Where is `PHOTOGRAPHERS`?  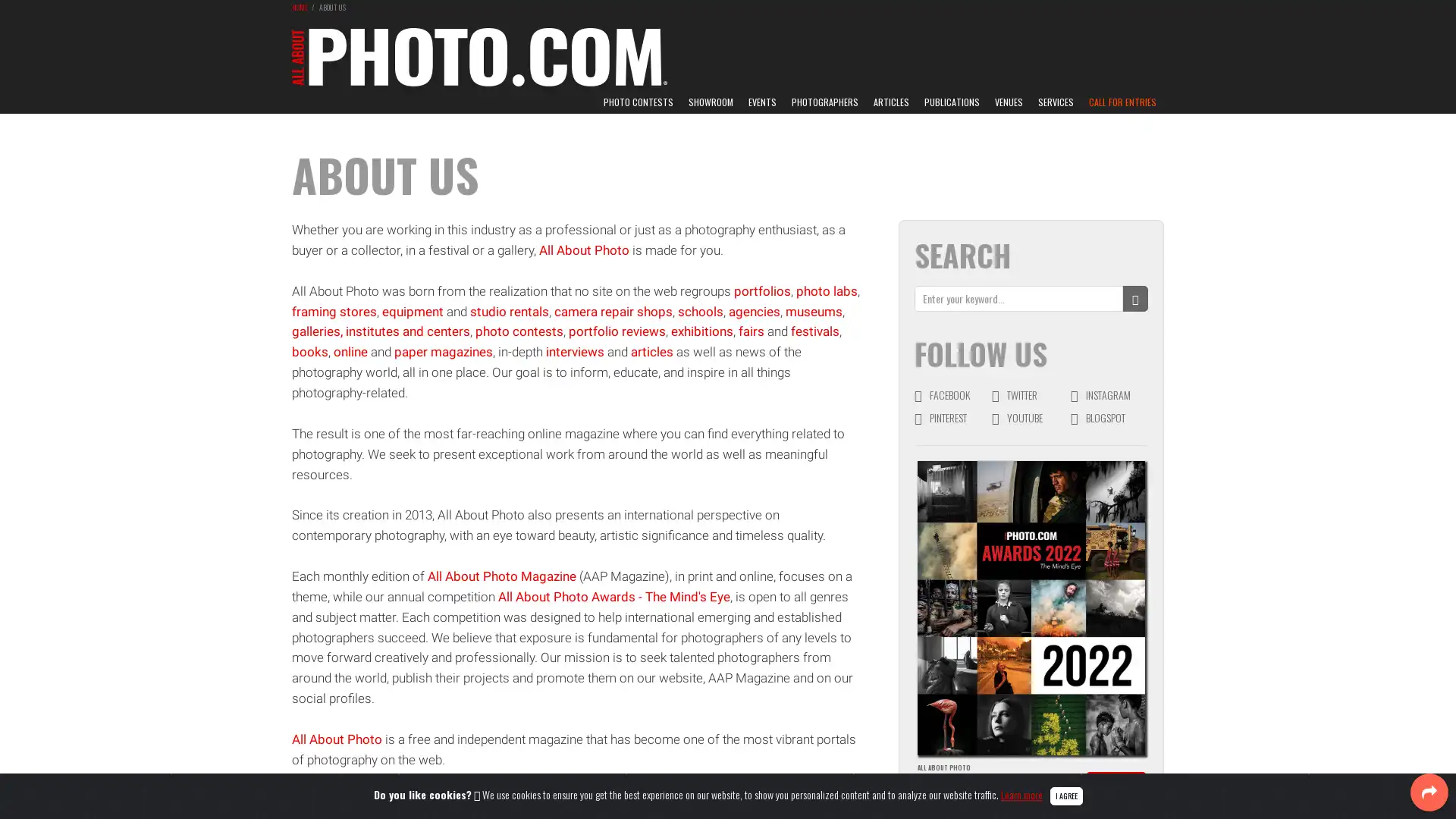
PHOTOGRAPHERS is located at coordinates (824, 102).